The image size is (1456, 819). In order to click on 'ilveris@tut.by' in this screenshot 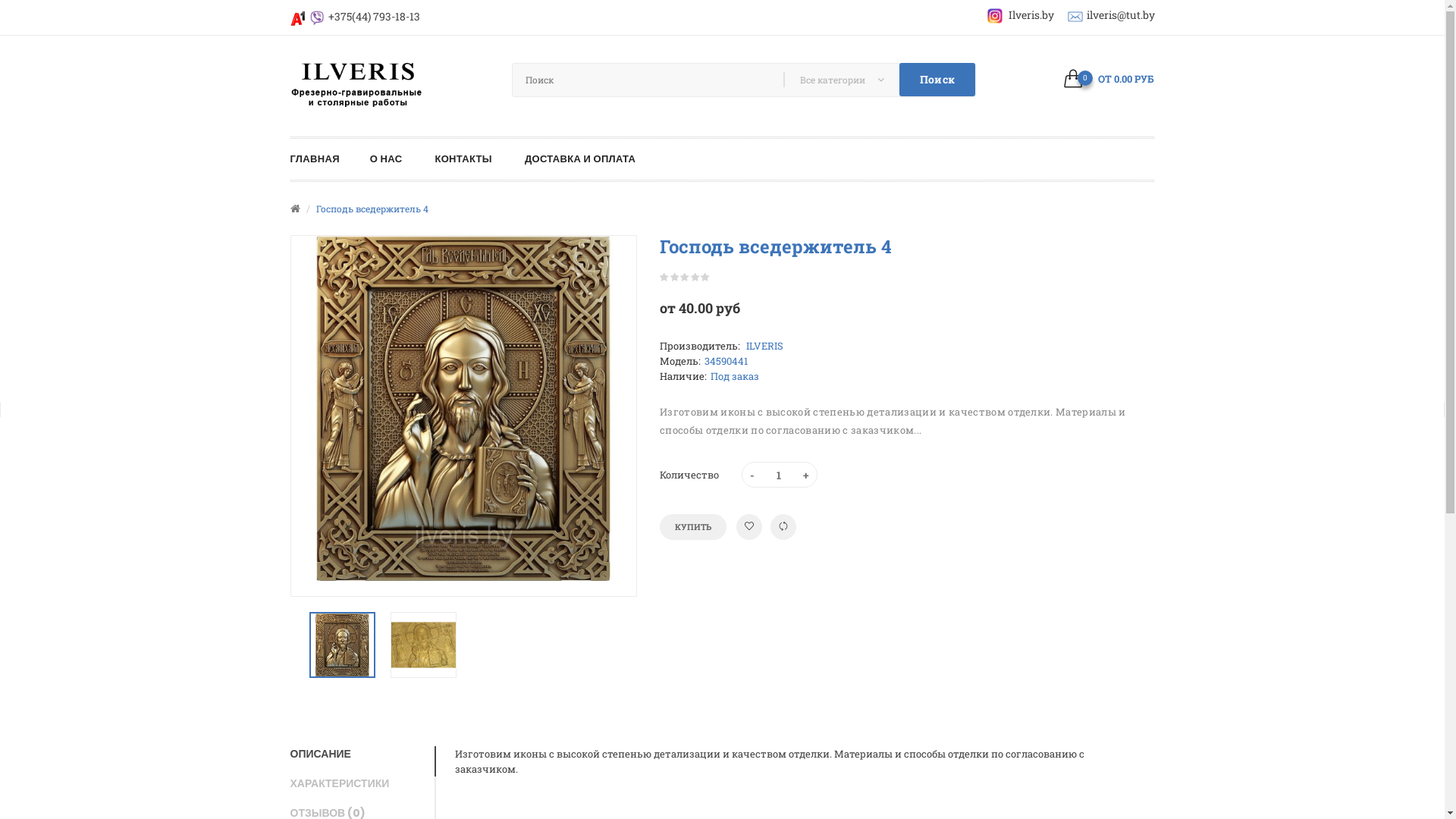, I will do `click(1120, 14)`.